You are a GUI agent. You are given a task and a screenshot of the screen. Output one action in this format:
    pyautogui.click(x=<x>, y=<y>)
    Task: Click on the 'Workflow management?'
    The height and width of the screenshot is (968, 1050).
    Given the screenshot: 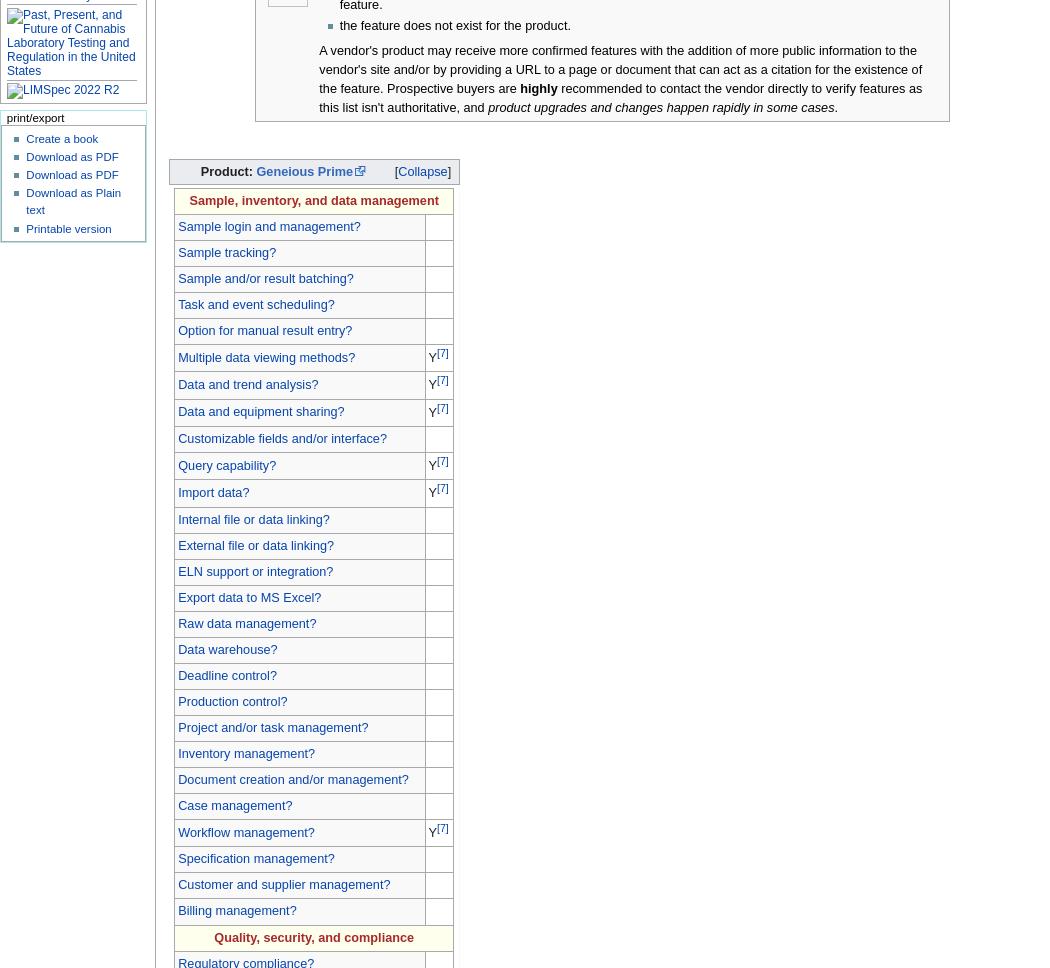 What is the action you would take?
    pyautogui.click(x=177, y=831)
    